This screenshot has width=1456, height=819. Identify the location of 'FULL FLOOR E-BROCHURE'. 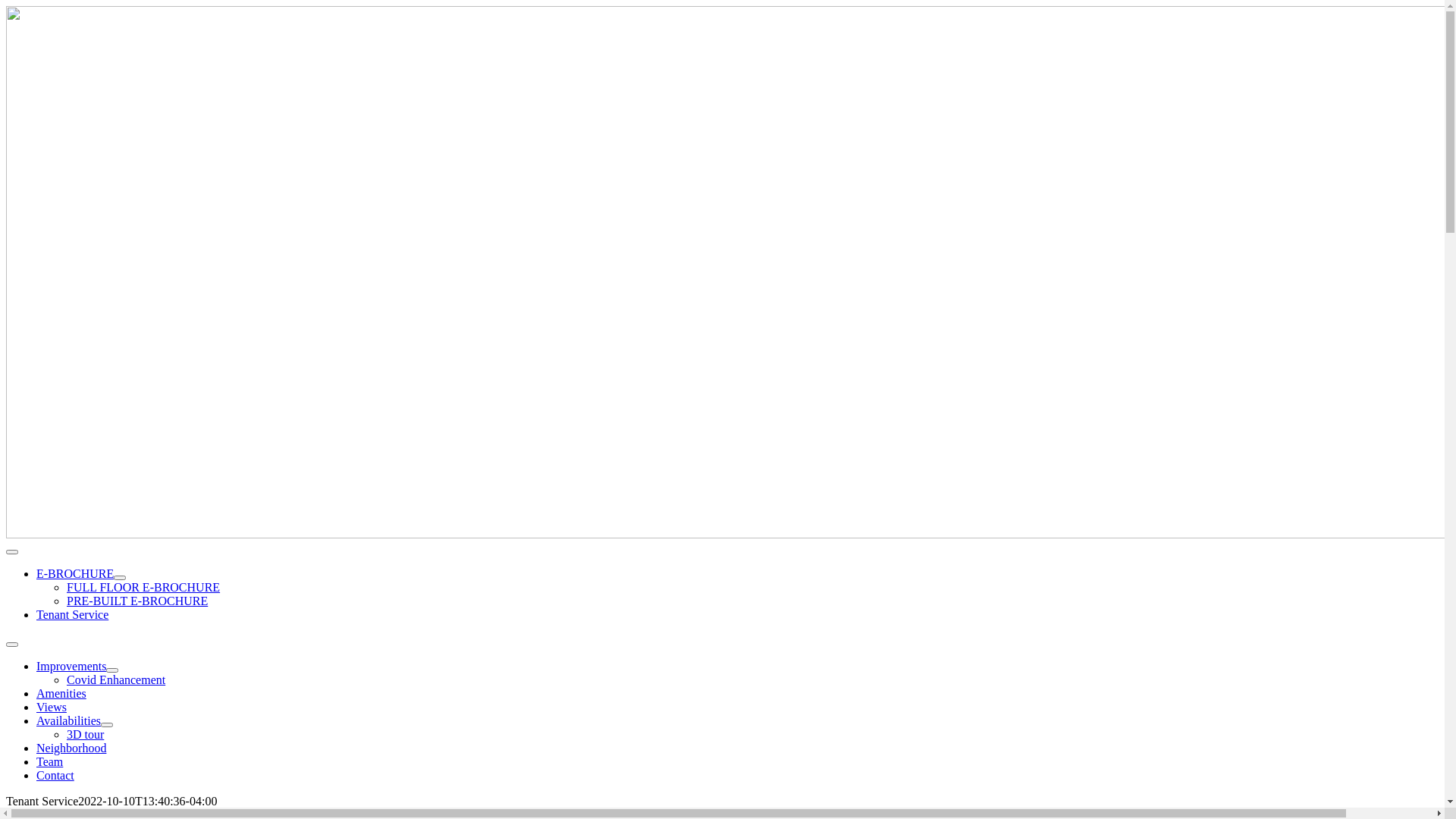
(143, 586).